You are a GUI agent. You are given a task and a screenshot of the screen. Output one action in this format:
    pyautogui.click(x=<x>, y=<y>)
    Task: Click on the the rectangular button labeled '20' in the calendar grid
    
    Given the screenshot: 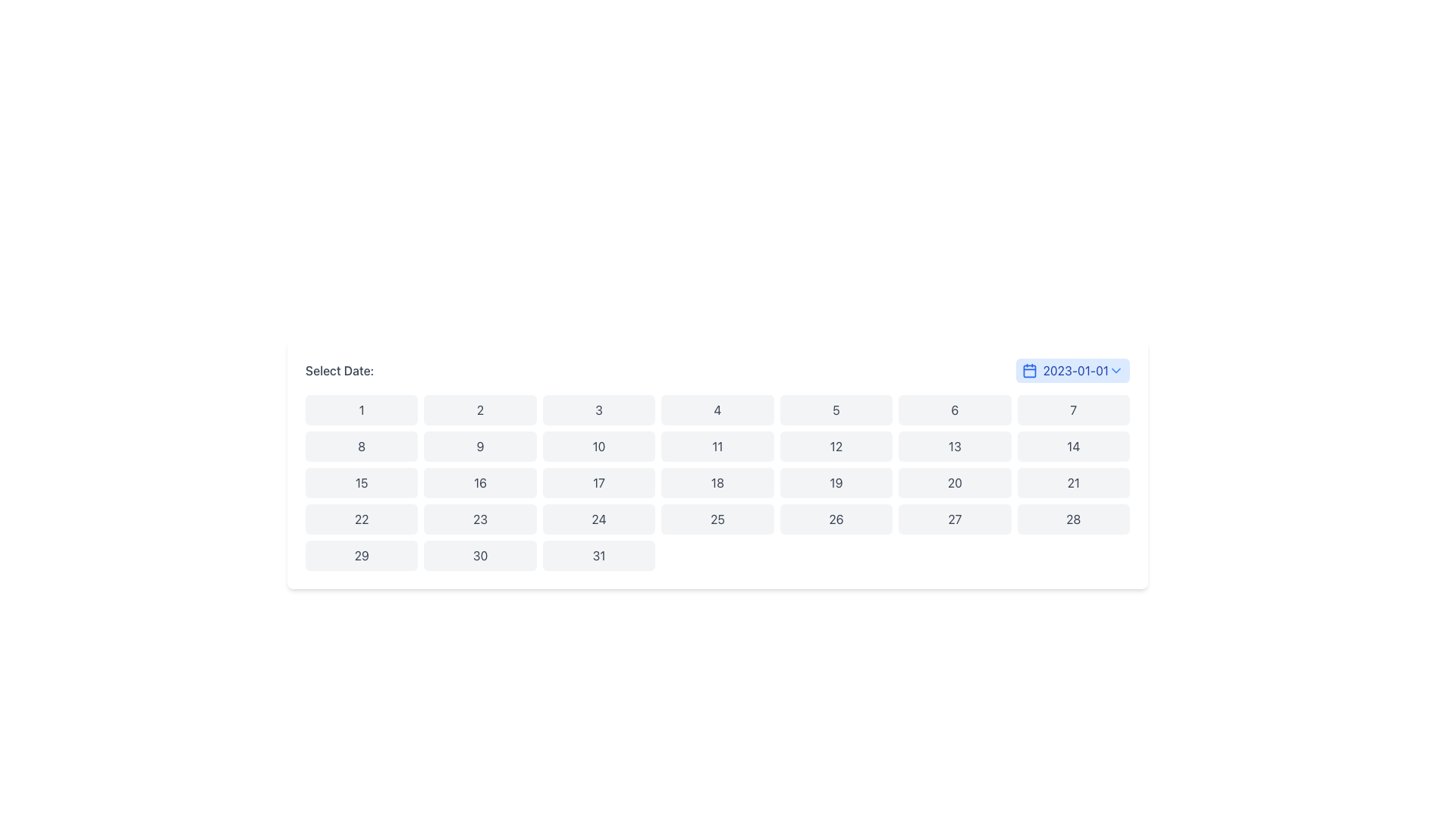 What is the action you would take?
    pyautogui.click(x=953, y=482)
    